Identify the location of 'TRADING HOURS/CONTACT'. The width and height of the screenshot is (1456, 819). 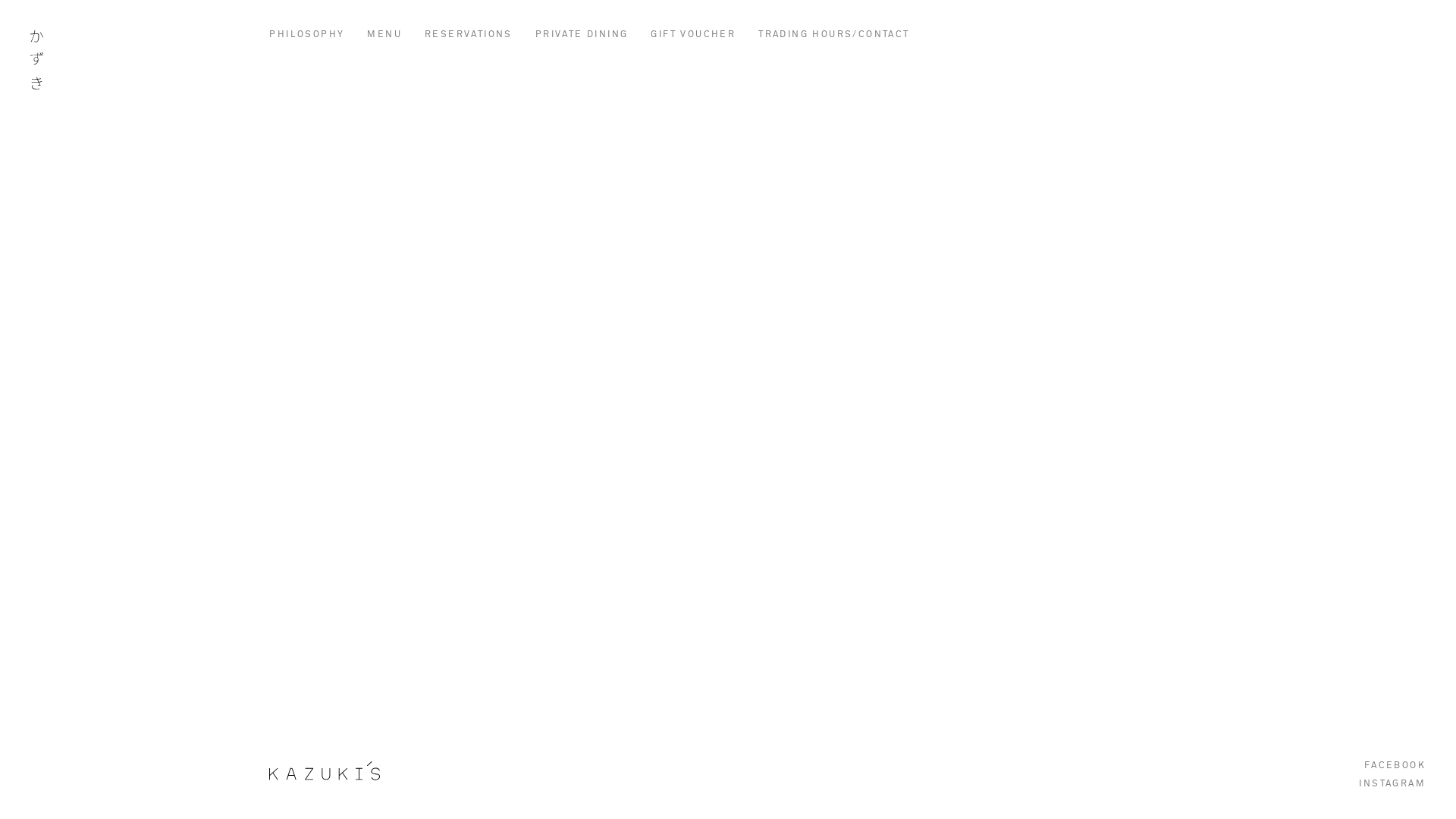
(833, 34).